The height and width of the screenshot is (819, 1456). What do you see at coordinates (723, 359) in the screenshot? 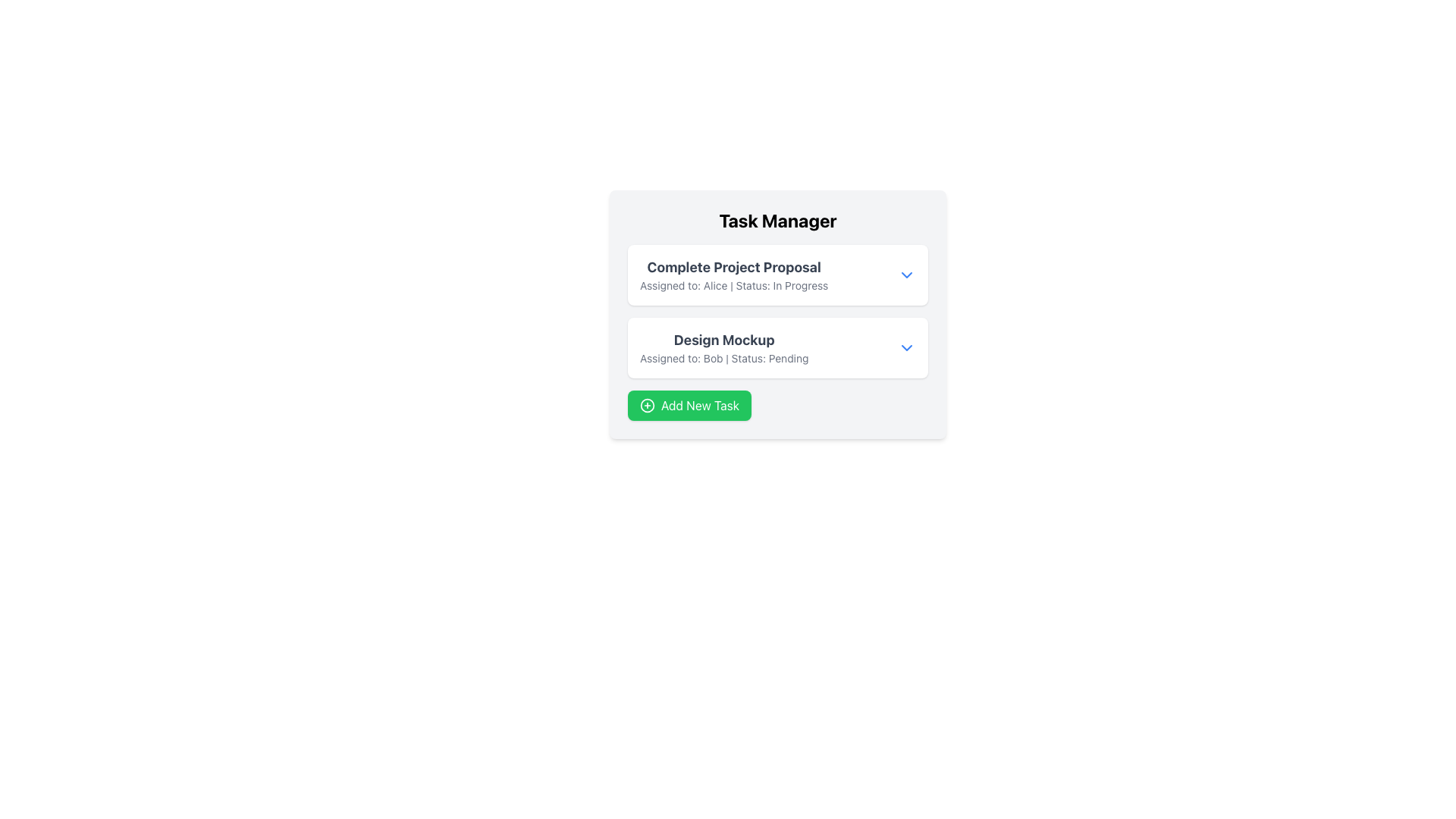
I see `the text label displaying 'Assigned to: Bob | Status: Pending', which is aligned below the main heading 'Design Mockup'` at bounding box center [723, 359].